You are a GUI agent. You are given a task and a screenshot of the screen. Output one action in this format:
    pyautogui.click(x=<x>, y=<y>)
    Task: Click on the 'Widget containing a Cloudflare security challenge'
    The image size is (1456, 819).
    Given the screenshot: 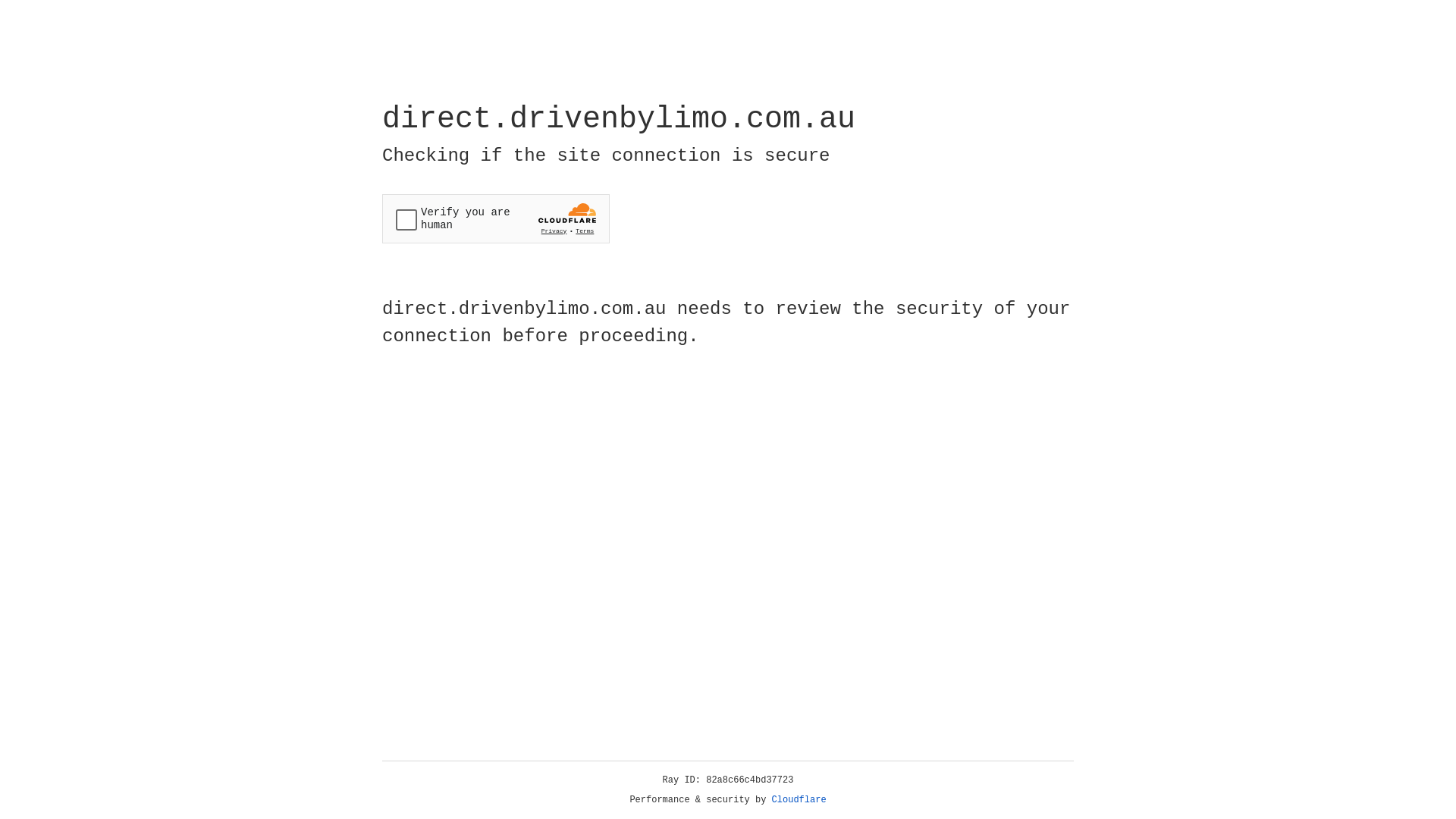 What is the action you would take?
    pyautogui.click(x=495, y=218)
    